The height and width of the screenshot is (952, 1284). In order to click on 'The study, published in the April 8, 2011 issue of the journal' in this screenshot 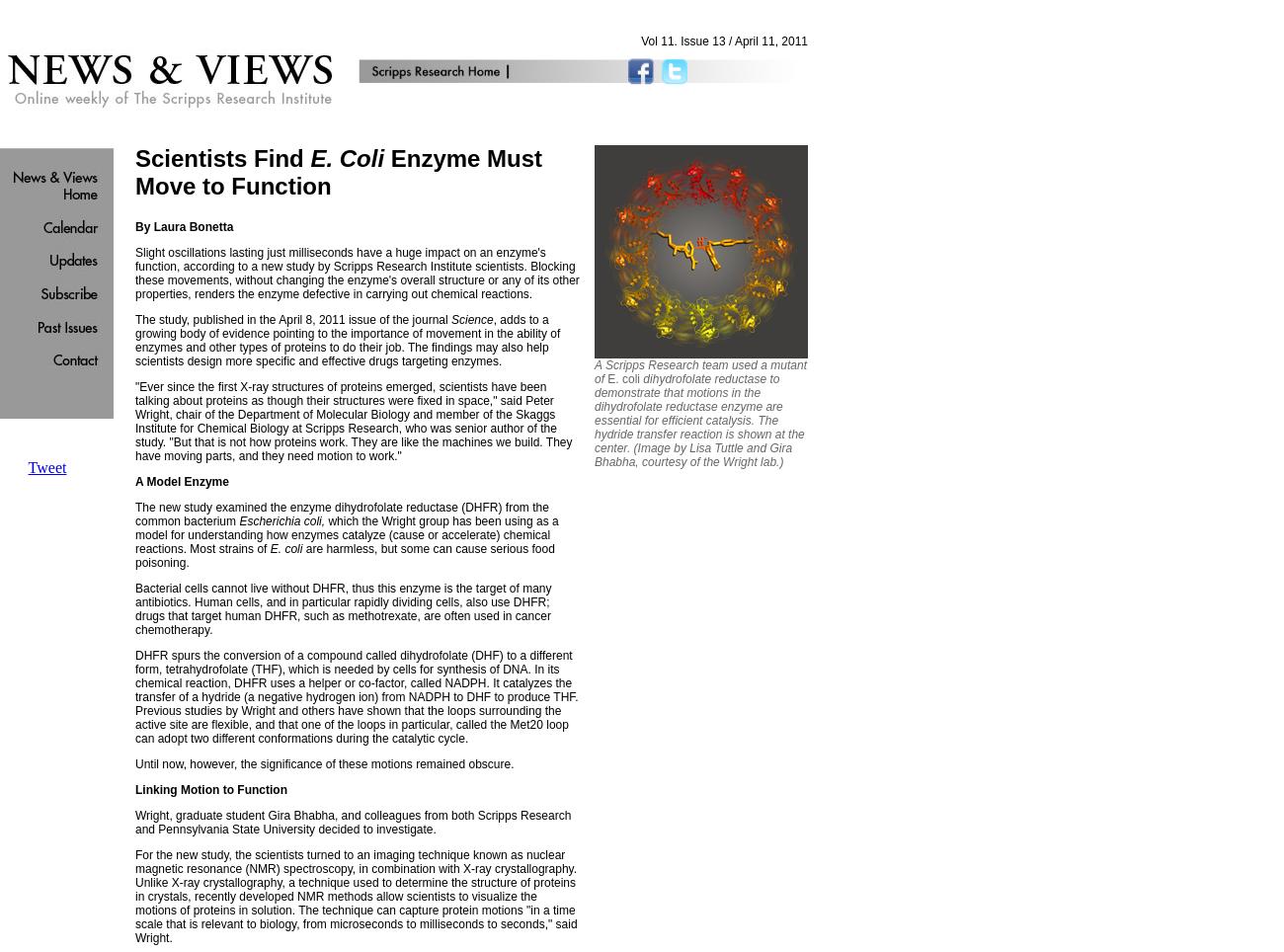, I will do `click(290, 318)`.